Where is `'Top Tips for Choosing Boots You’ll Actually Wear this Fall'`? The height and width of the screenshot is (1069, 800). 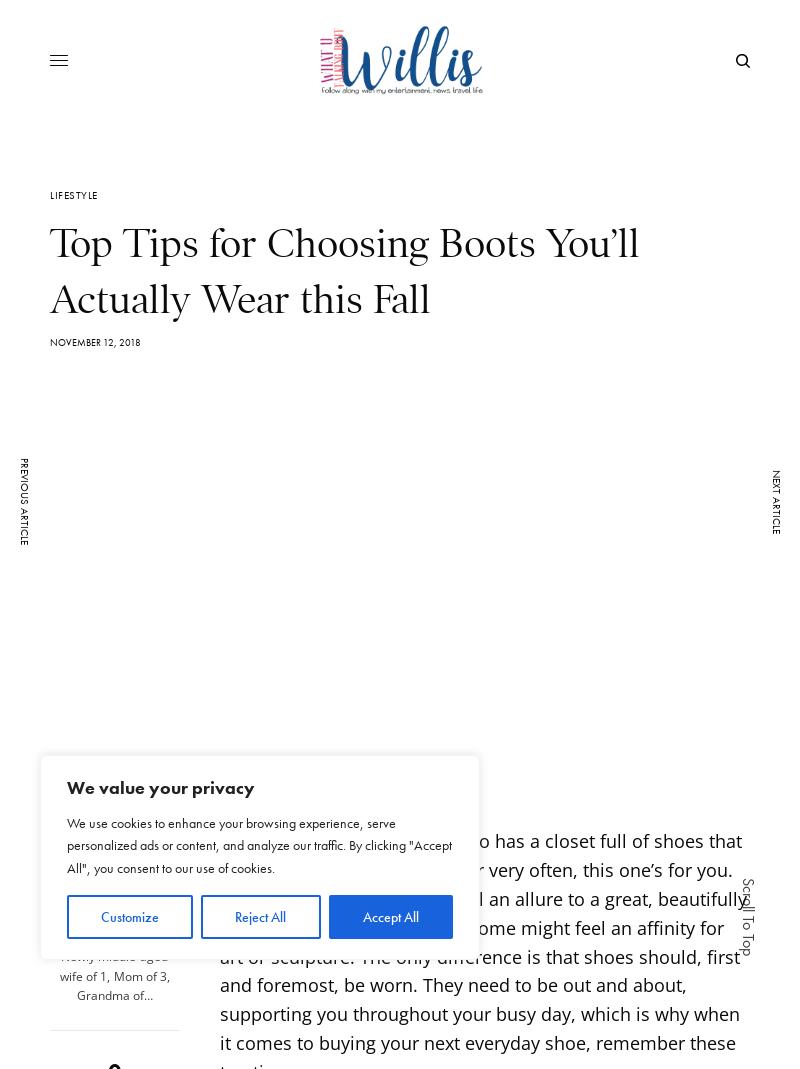 'Top Tips for Choosing Boots You’ll Actually Wear this Fall' is located at coordinates (345, 270).